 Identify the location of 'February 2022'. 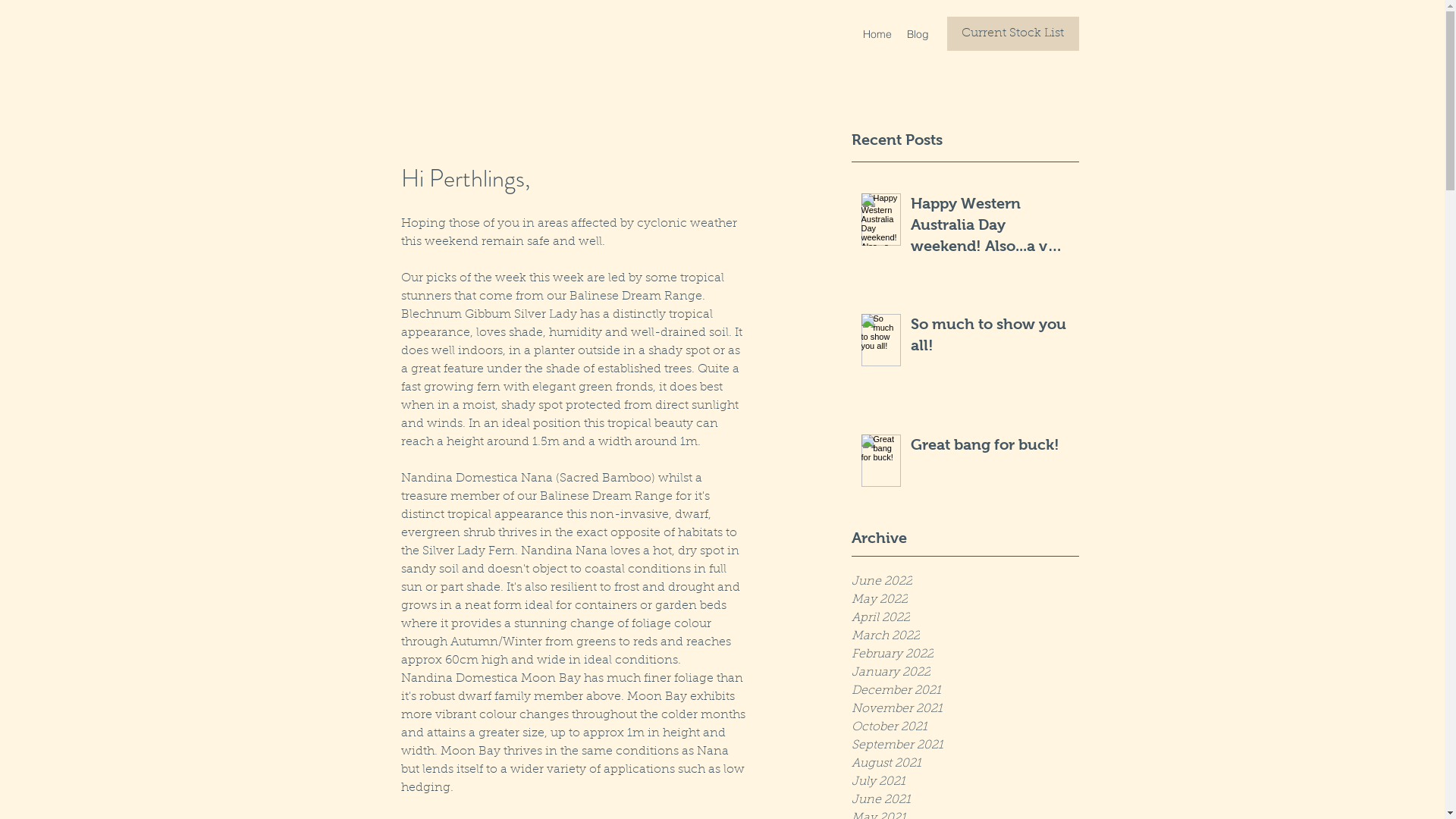
(964, 654).